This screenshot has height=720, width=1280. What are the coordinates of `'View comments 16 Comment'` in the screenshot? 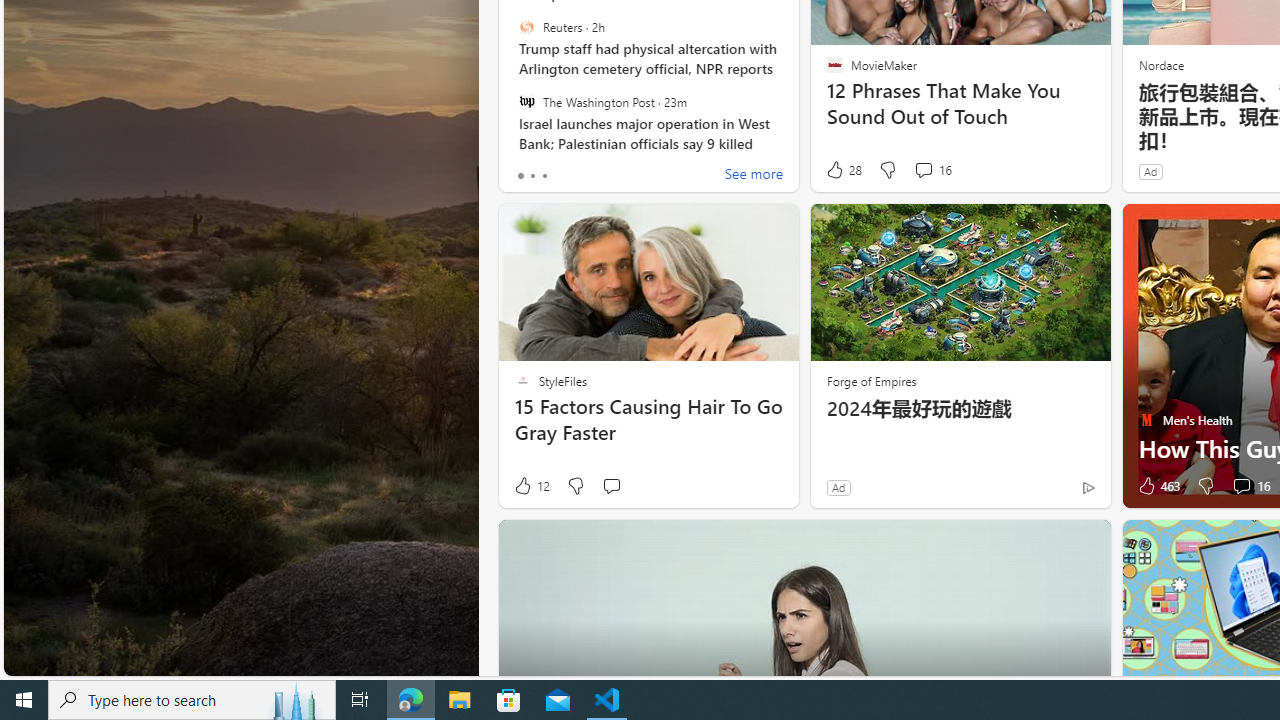 It's located at (1240, 486).